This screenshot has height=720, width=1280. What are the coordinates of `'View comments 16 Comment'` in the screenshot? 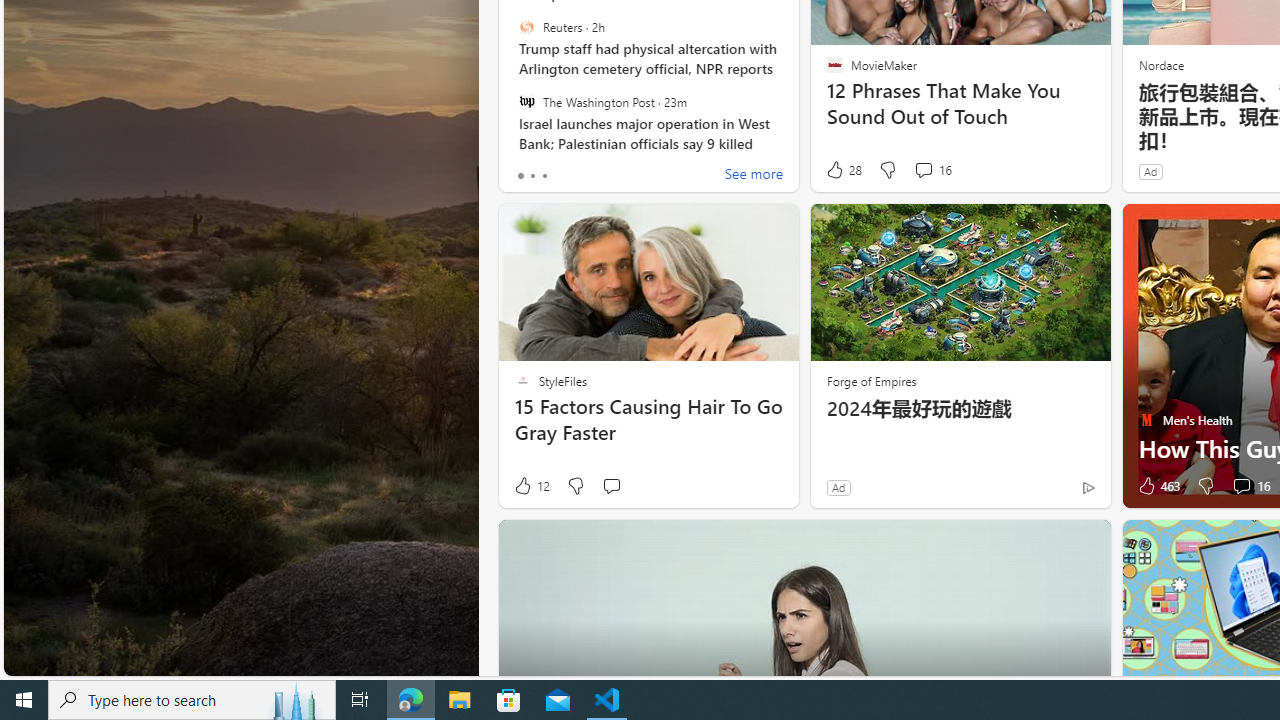 It's located at (1240, 486).